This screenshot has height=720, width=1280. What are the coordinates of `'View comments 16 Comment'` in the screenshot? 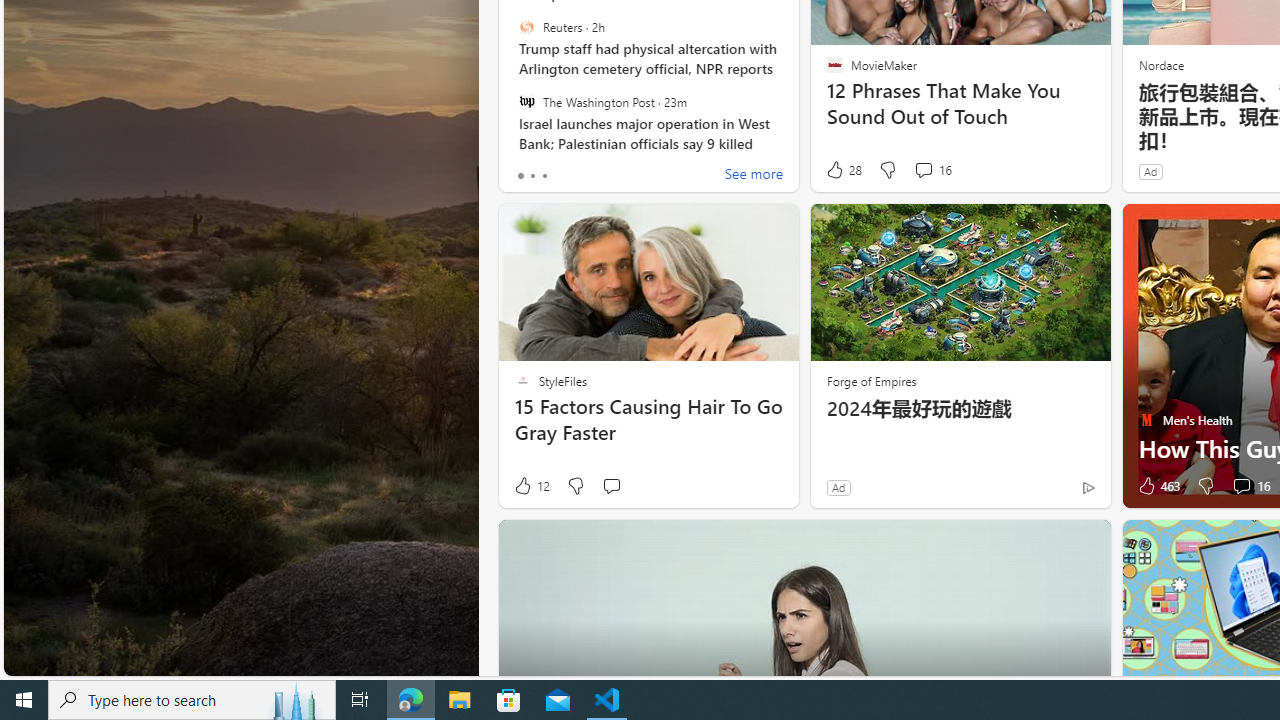 It's located at (1240, 486).